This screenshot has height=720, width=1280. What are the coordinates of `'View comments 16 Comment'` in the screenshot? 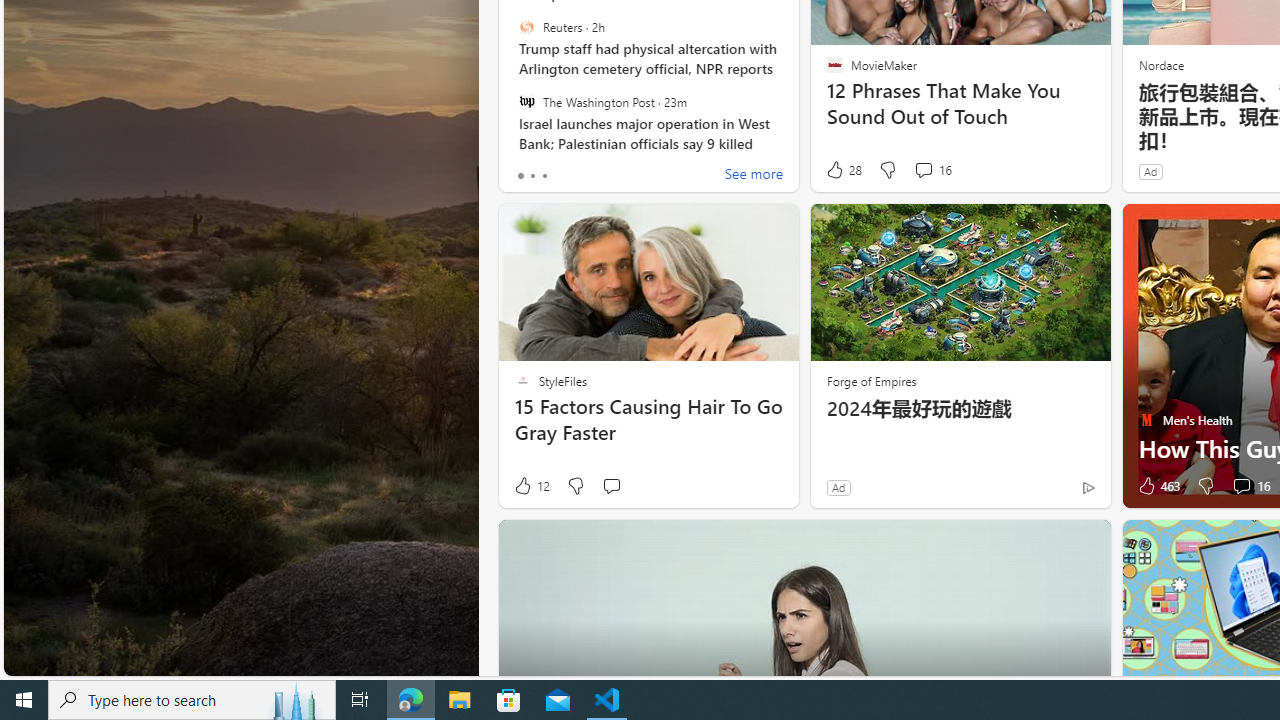 It's located at (1240, 486).